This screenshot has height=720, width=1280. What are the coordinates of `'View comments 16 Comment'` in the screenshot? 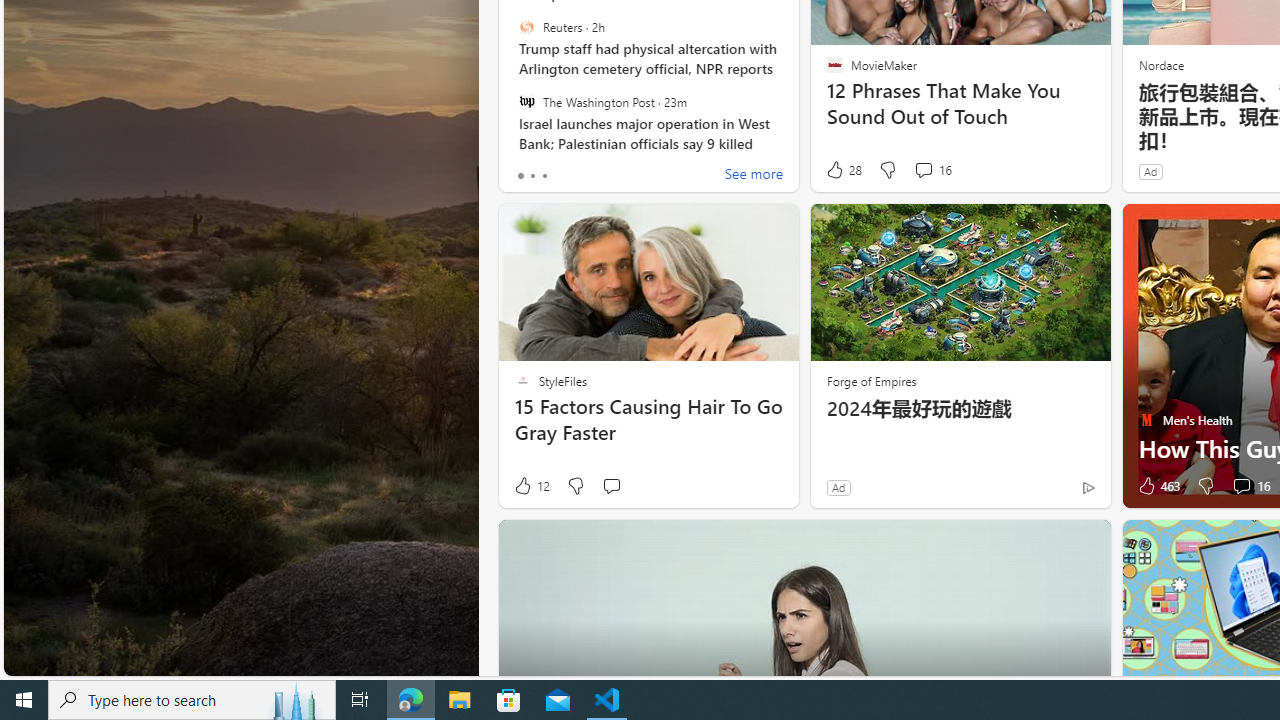 It's located at (1240, 486).